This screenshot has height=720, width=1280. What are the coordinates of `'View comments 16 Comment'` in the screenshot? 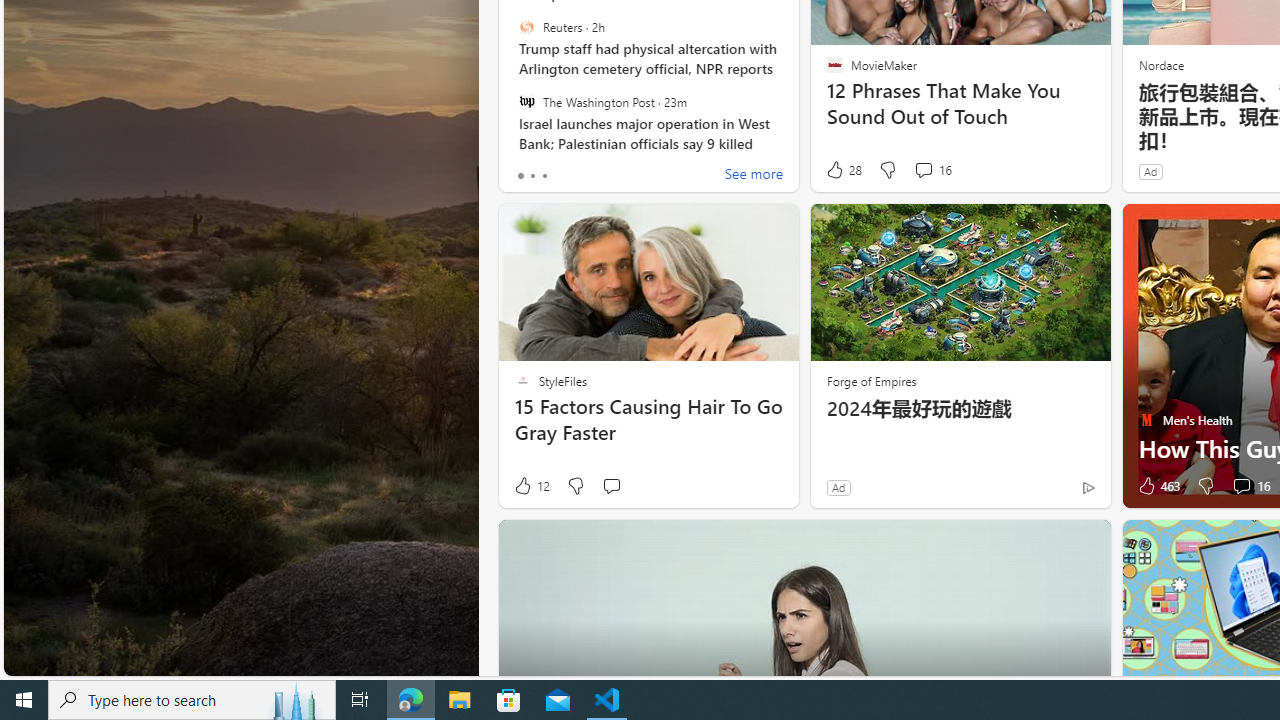 It's located at (1240, 486).